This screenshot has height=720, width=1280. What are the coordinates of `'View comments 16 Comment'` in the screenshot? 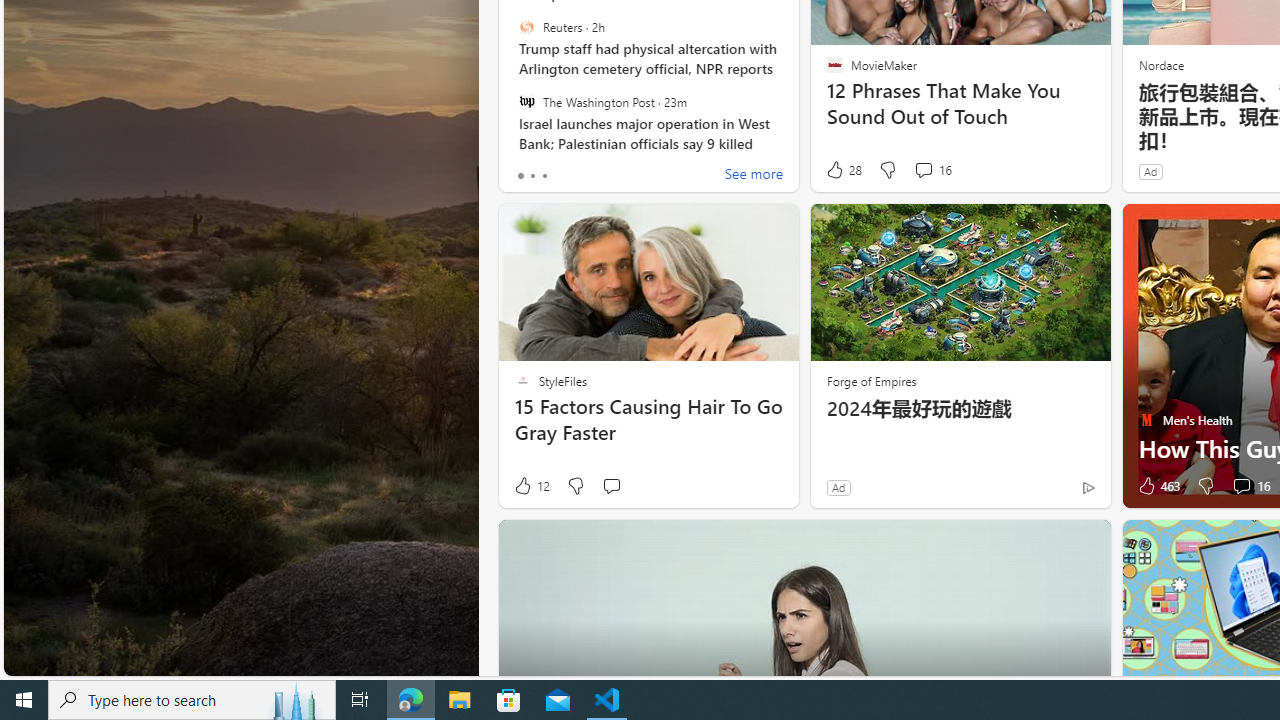 It's located at (1240, 486).